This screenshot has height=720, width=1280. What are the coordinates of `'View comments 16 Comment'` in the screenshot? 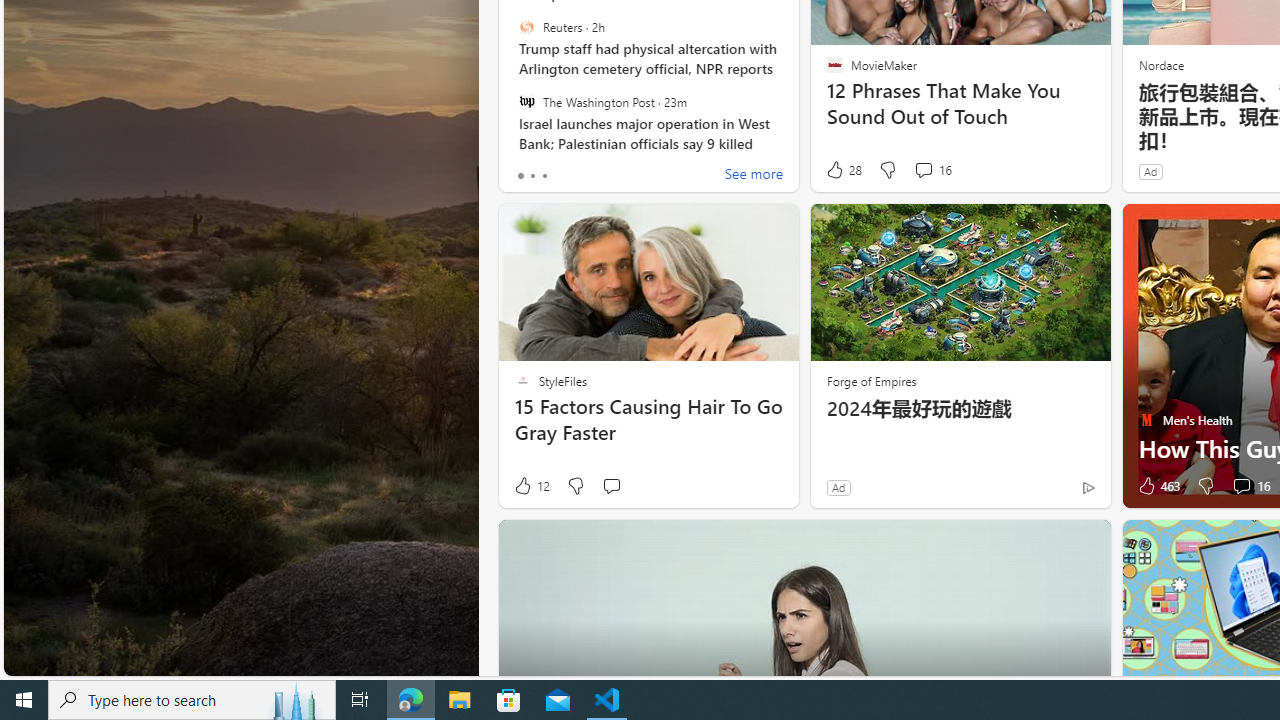 It's located at (1240, 486).